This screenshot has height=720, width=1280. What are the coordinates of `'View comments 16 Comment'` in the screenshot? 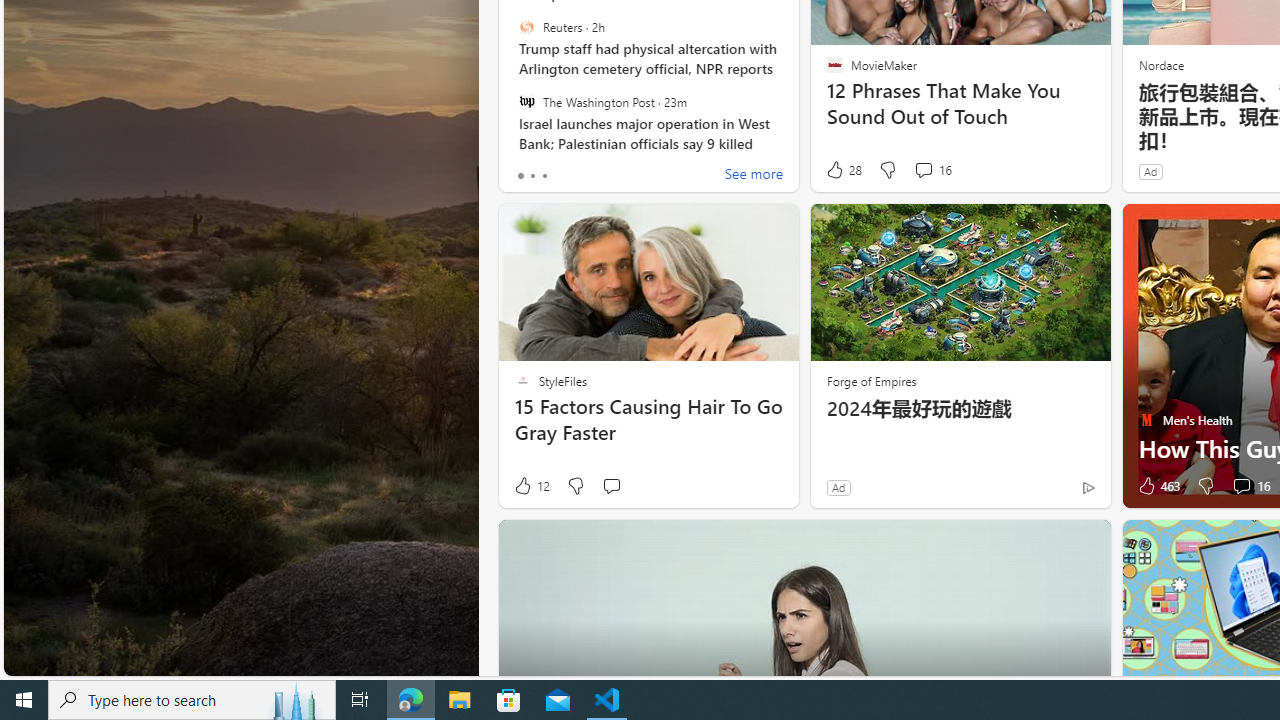 It's located at (1240, 486).